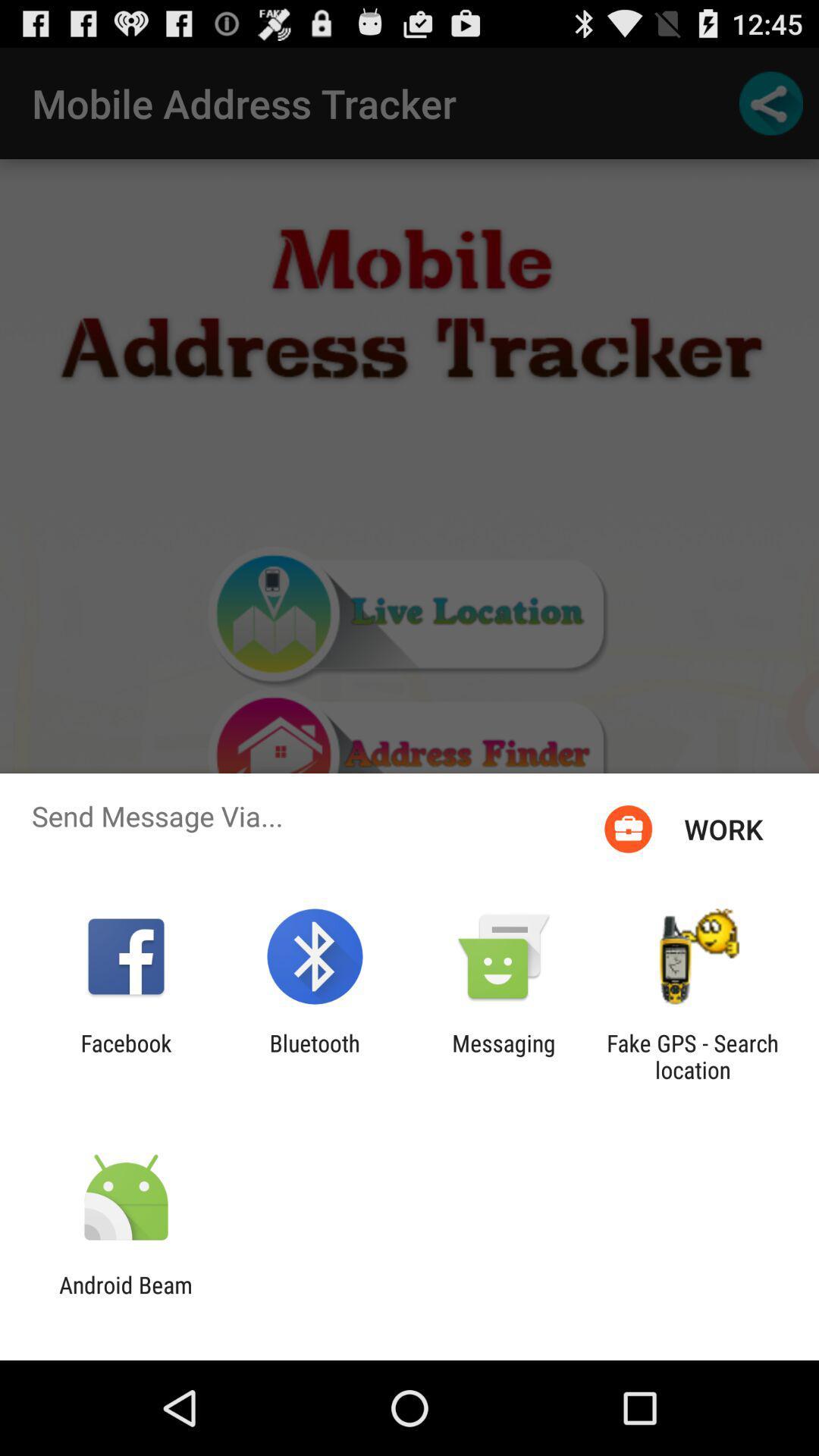 This screenshot has width=819, height=1456. I want to click on app next to the messaging icon, so click(314, 1056).